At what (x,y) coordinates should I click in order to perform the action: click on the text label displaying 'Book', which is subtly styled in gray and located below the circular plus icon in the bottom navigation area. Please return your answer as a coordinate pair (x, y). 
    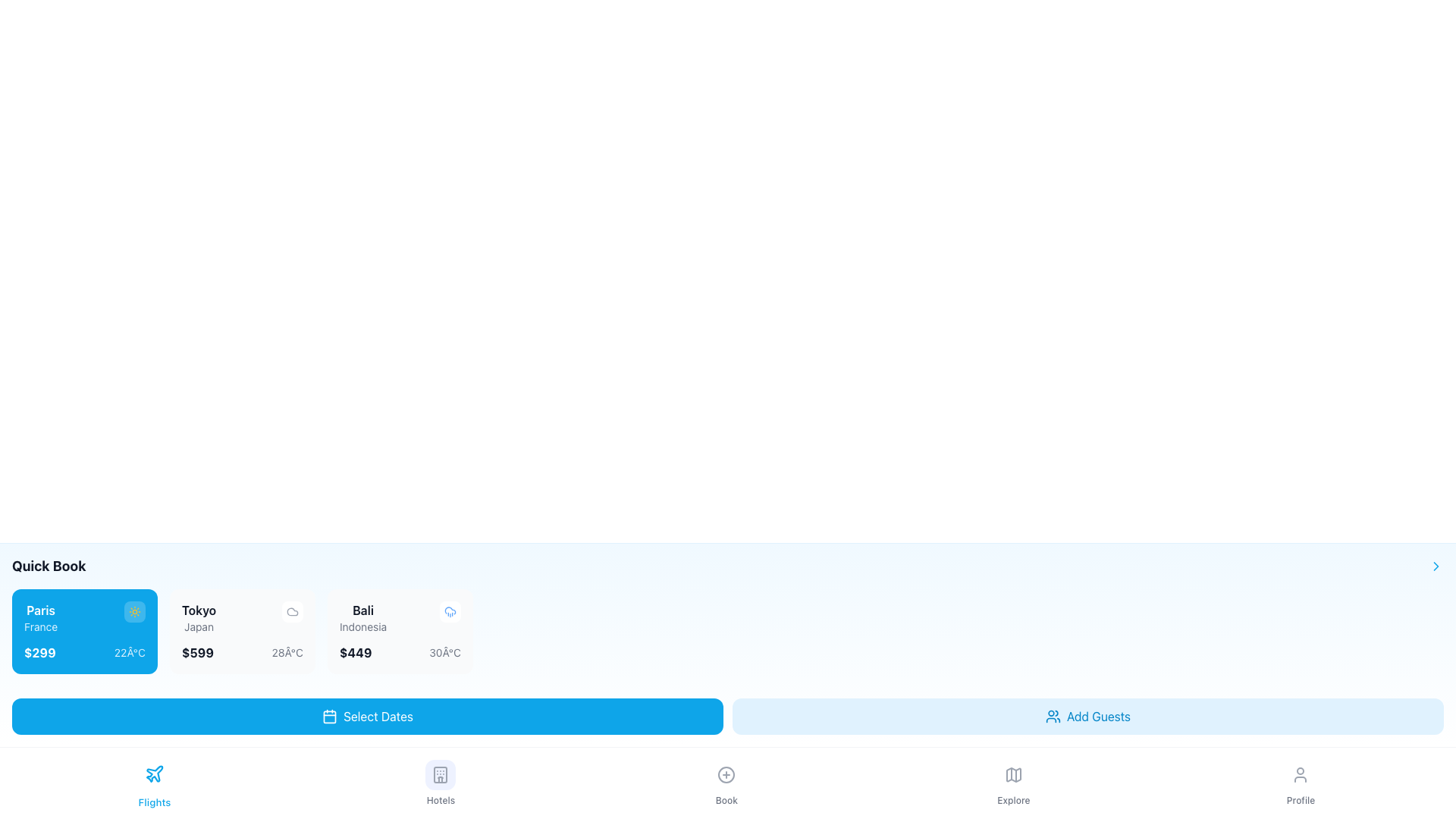
    Looking at the image, I should click on (726, 800).